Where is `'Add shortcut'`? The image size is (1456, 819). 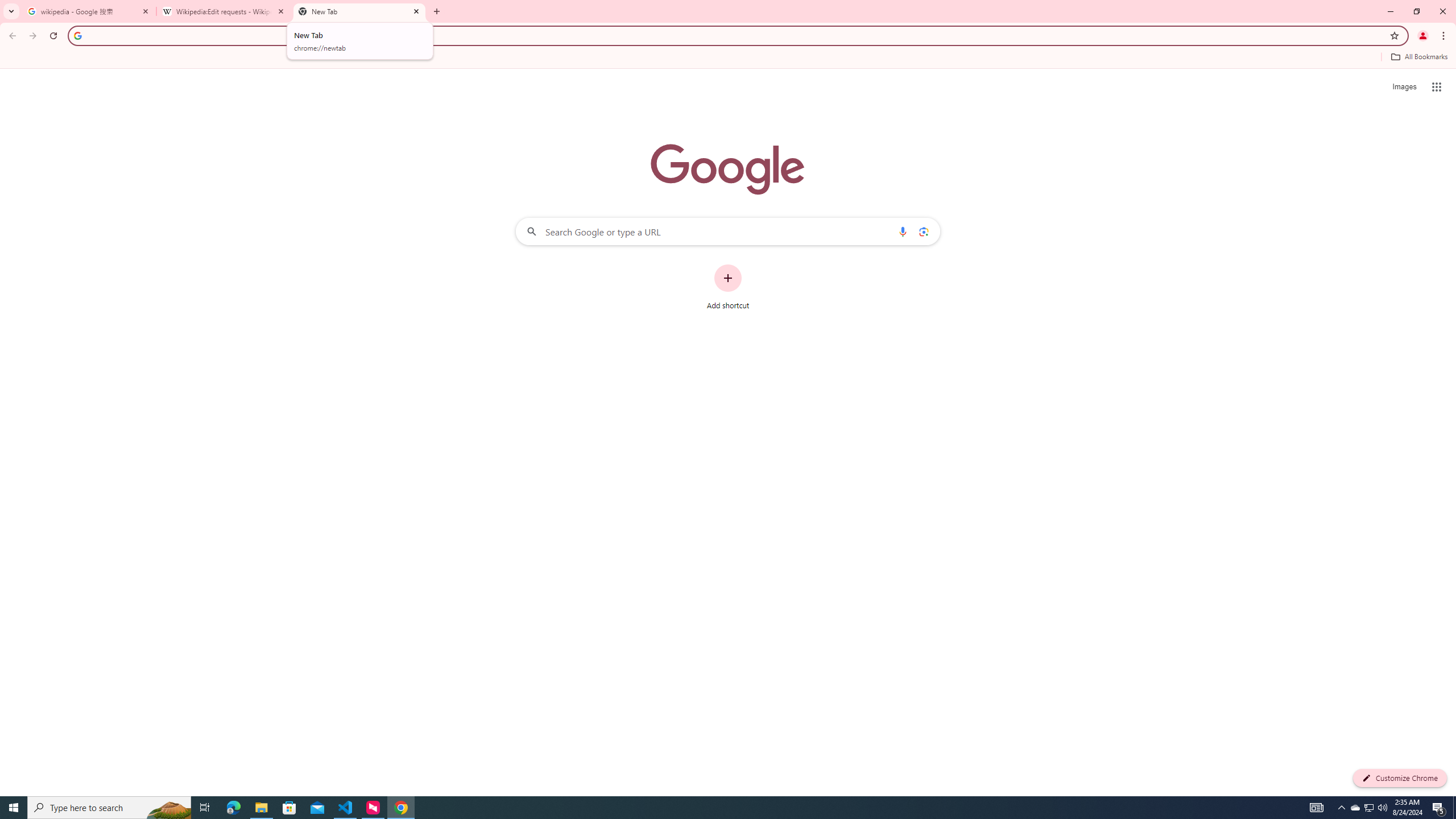 'Add shortcut' is located at coordinates (728, 287).